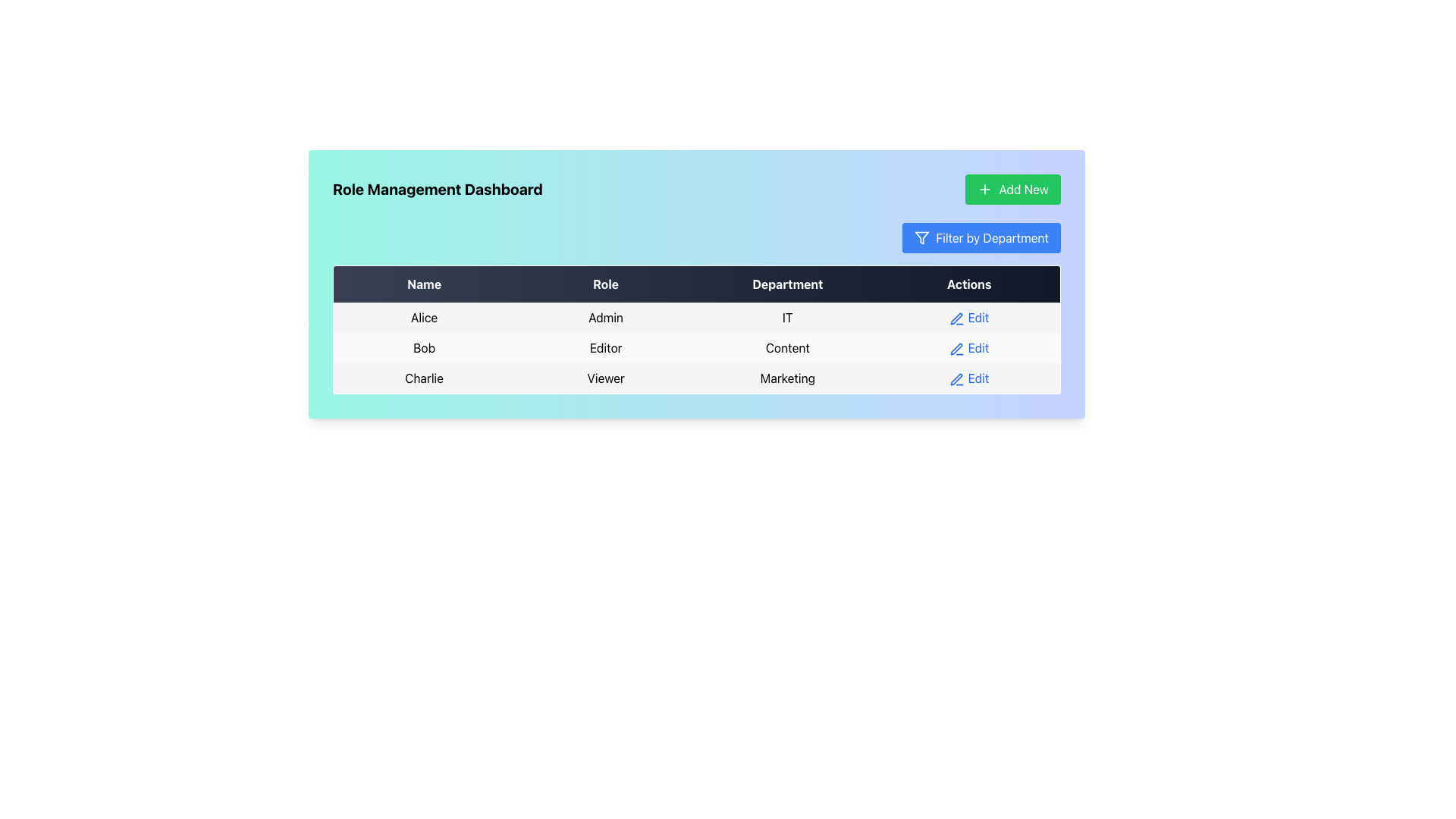  What do you see at coordinates (968, 348) in the screenshot?
I see `the 'Edit' button-like link with a pen icon in the second row of the table under the 'Actions' column on the role management dashboard` at bounding box center [968, 348].